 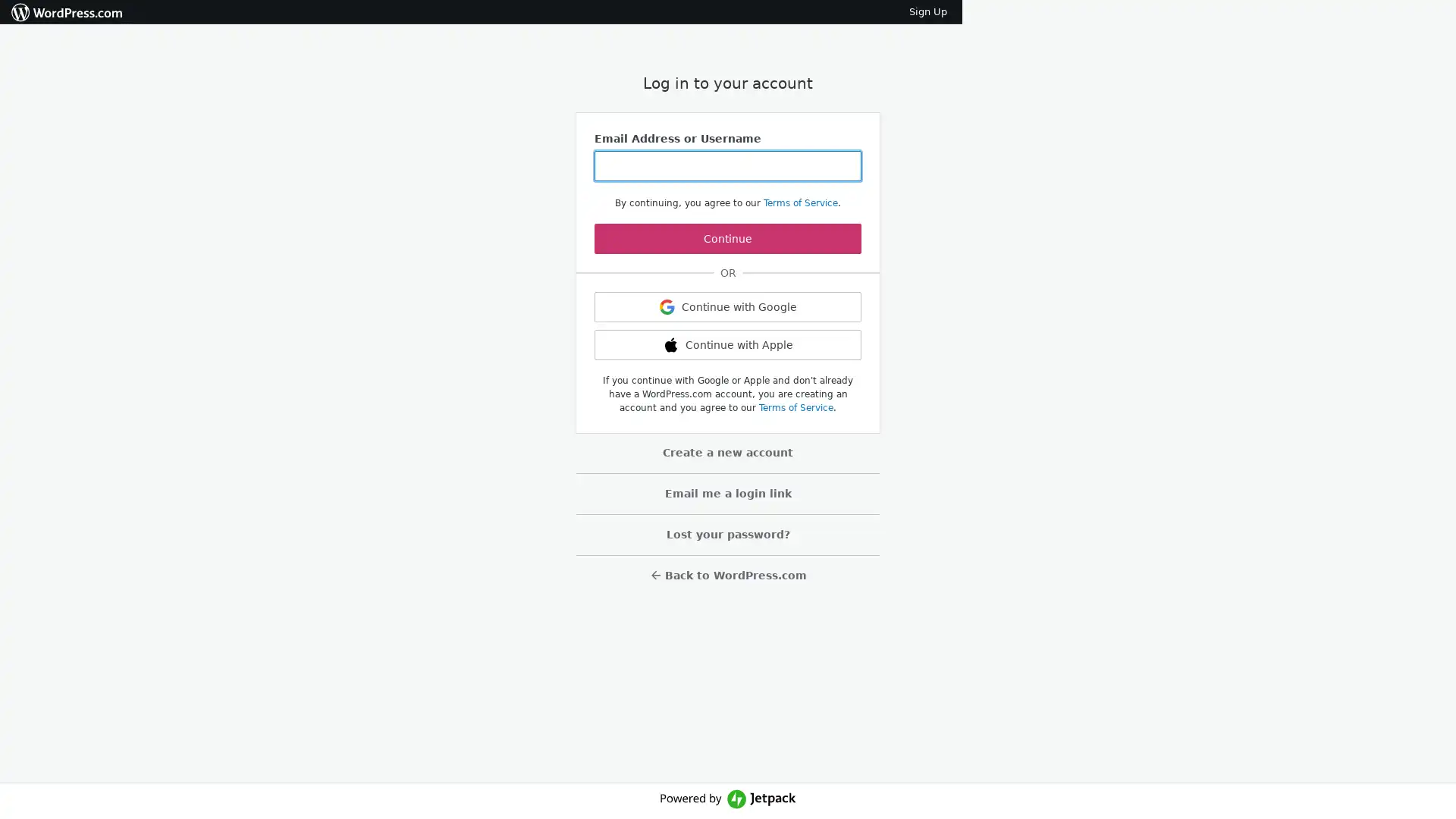 What do you see at coordinates (728, 345) in the screenshot?
I see `Continue with Apple` at bounding box center [728, 345].